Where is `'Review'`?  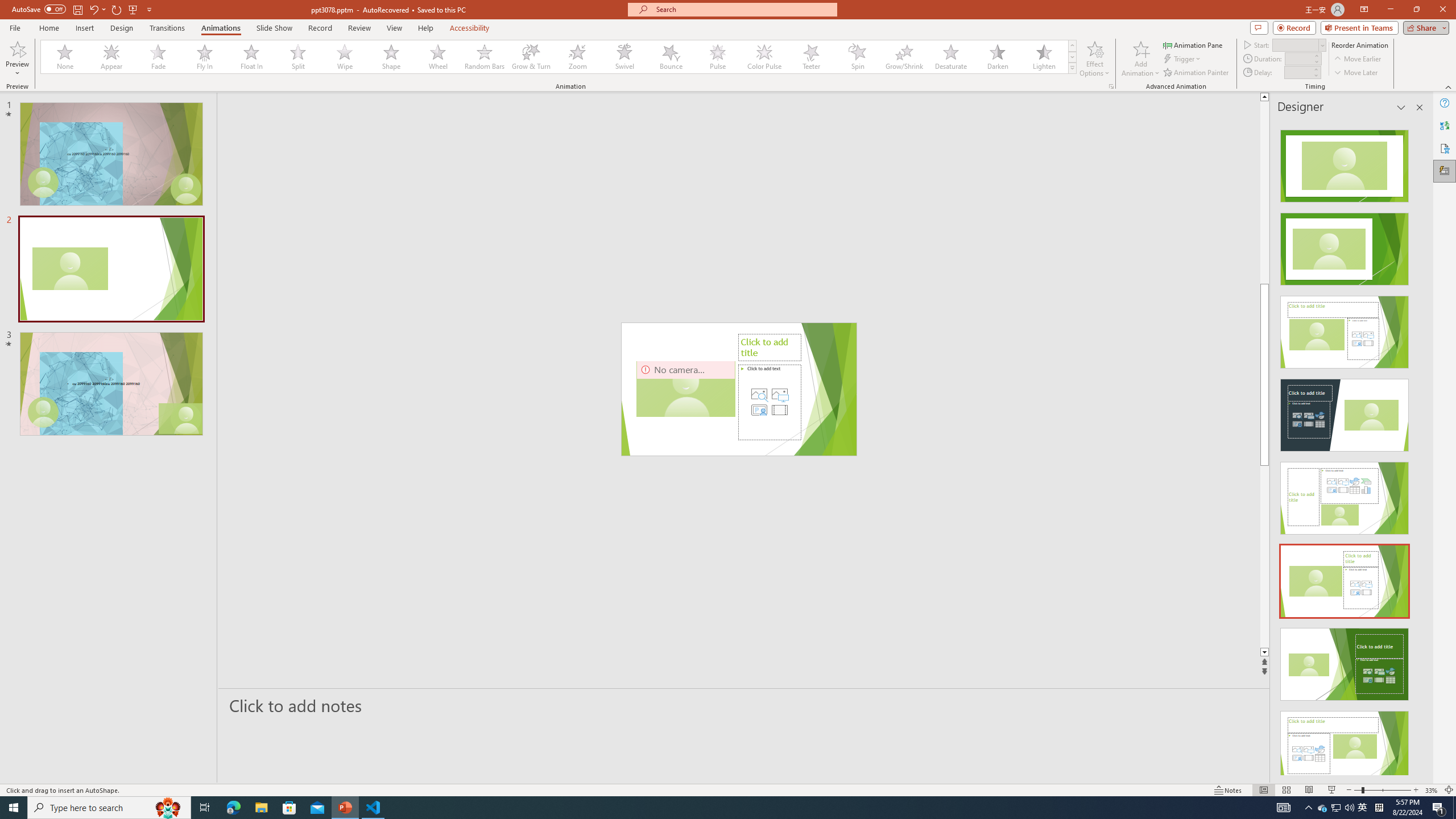 'Review' is located at coordinates (359, 28).